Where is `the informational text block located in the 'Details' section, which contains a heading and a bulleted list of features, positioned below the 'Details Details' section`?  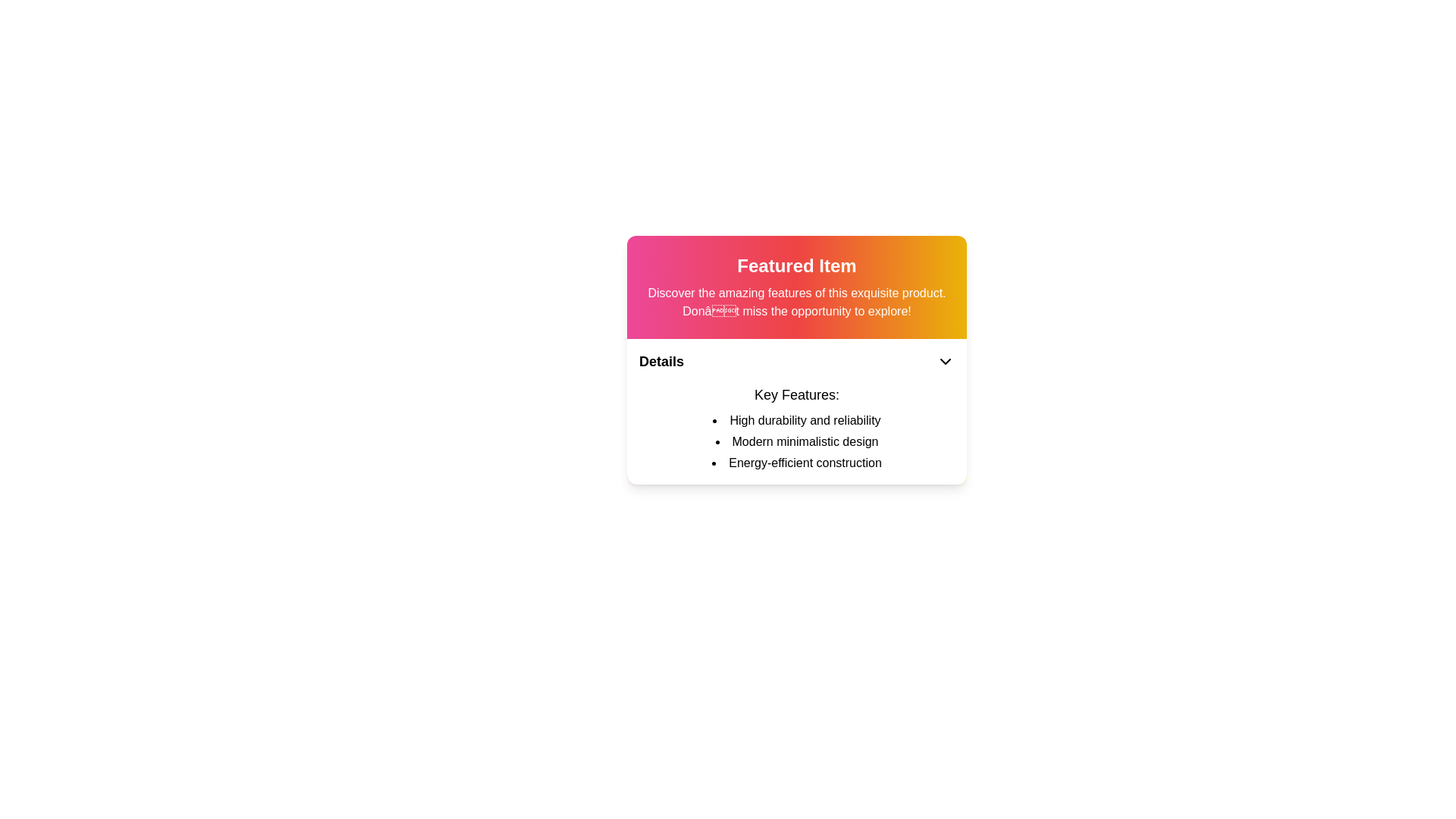
the informational text block located in the 'Details' section, which contains a heading and a bulleted list of features, positioned below the 'Details Details' section is located at coordinates (796, 428).